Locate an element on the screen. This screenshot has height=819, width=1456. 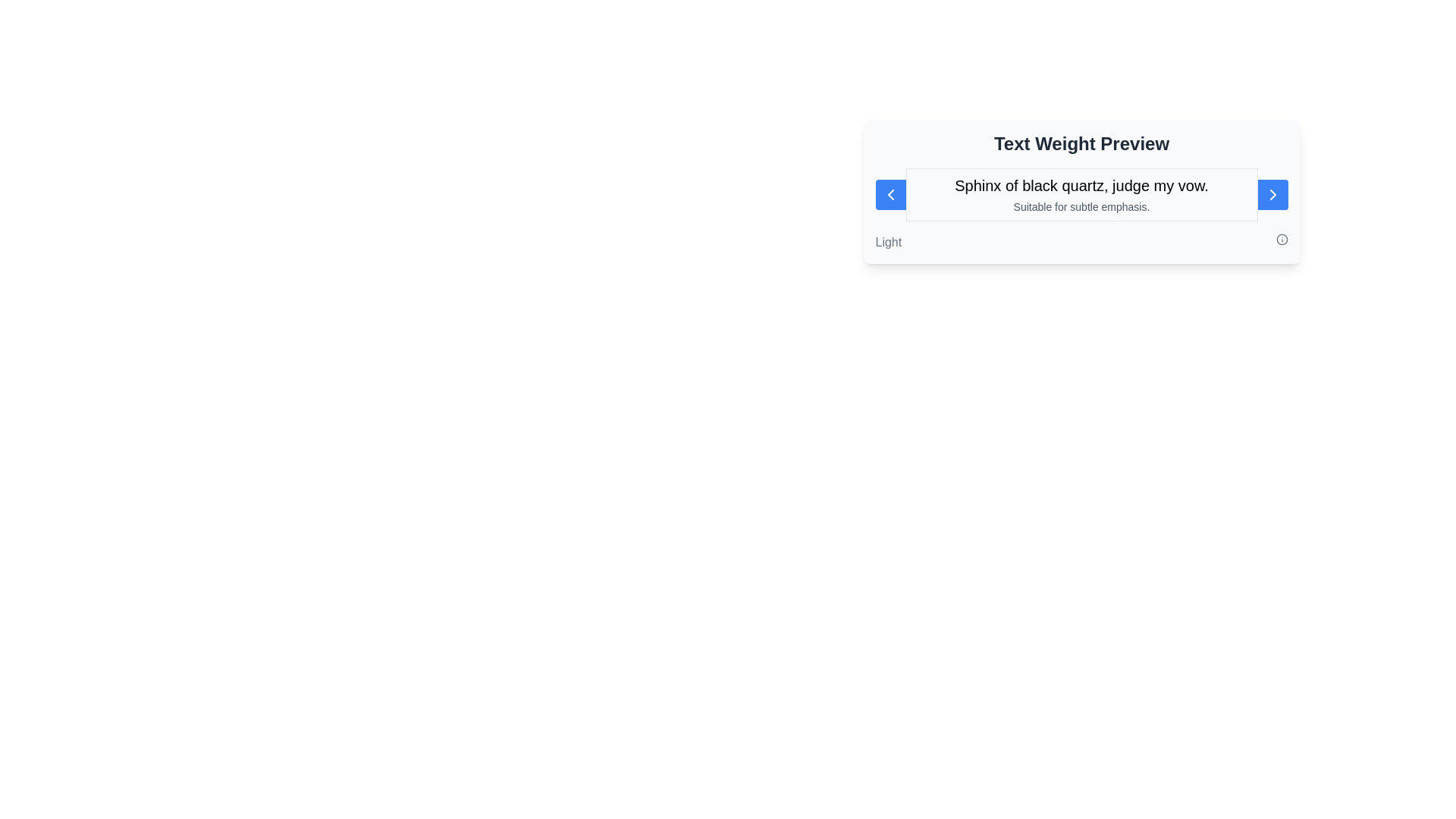
the Information Icon is located at coordinates (1281, 239).